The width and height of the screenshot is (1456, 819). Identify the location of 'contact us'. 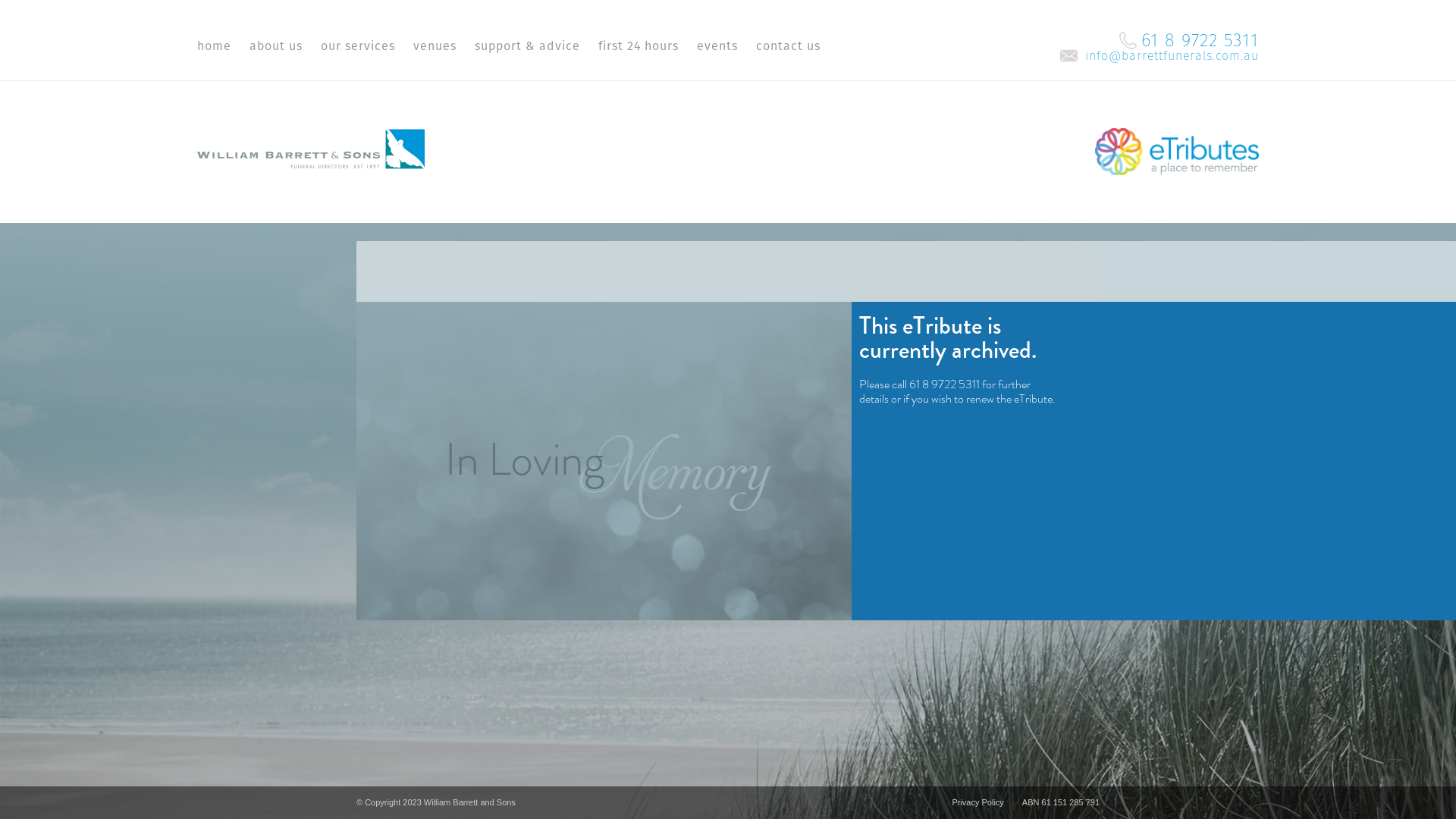
(746, 39).